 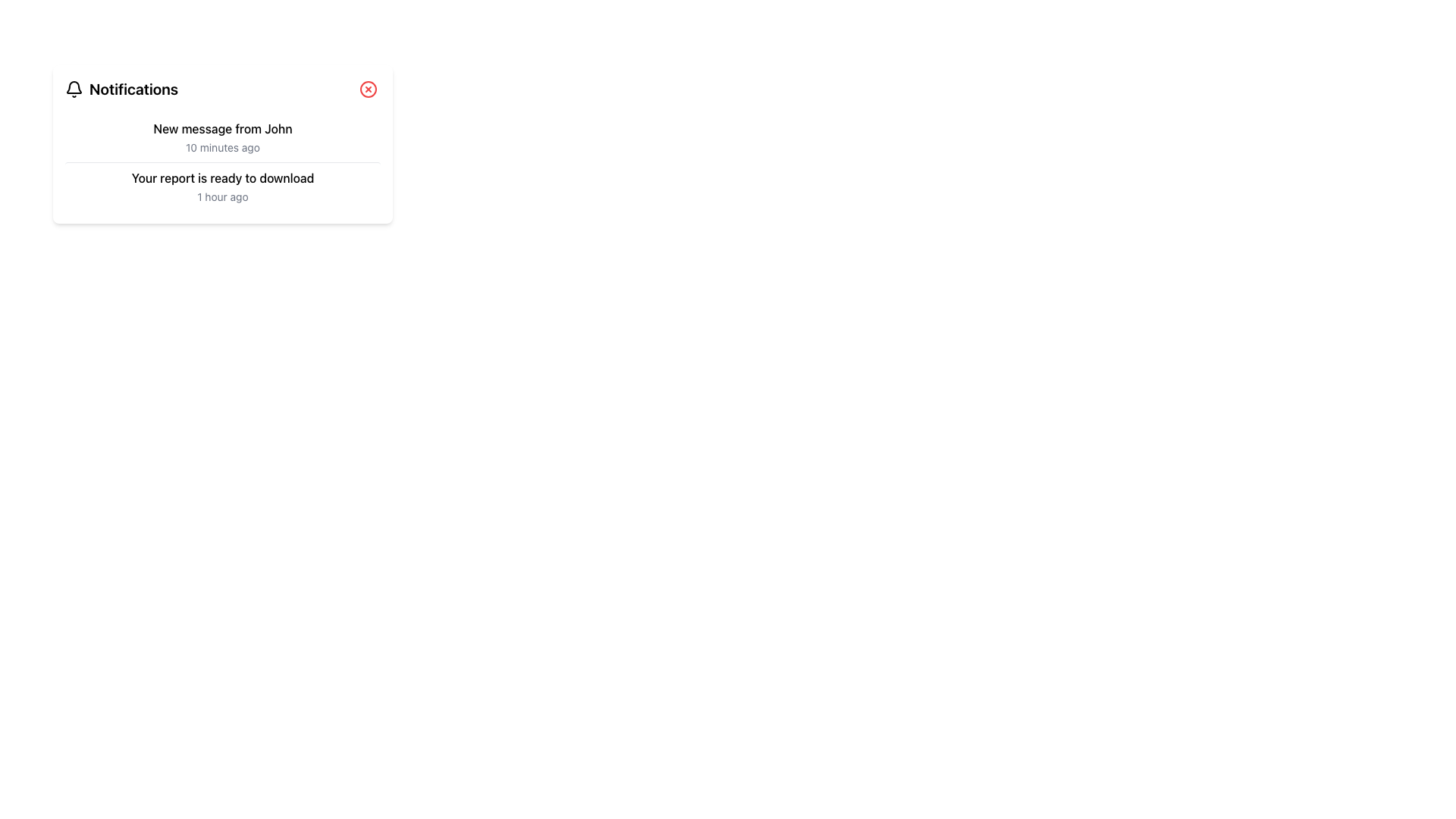 I want to click on the close icon located in the top-right corner of the notification card labeled 'Notifications', so click(x=368, y=89).